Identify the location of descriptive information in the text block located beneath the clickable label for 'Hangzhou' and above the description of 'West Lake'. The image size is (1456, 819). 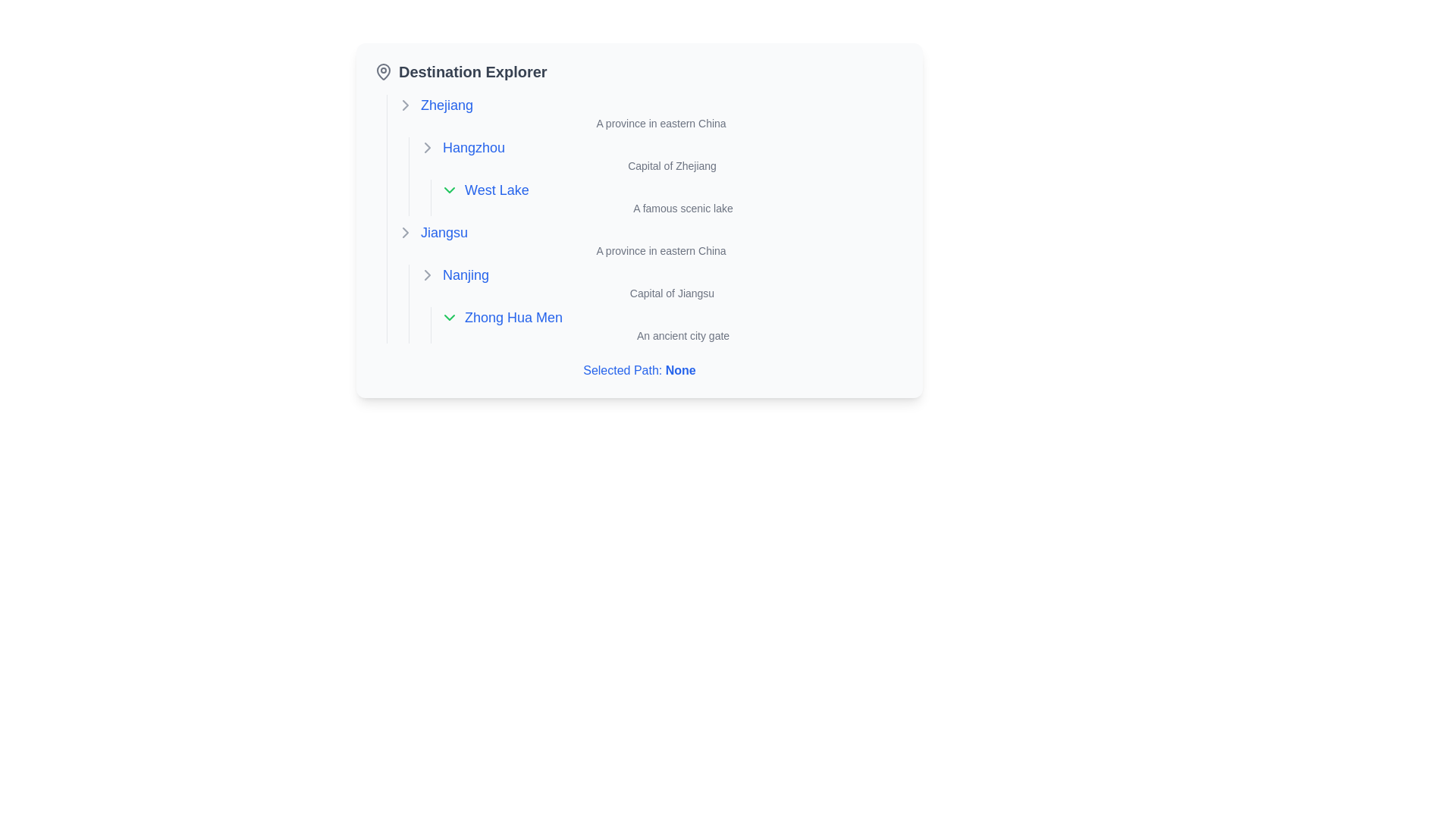
(656, 175).